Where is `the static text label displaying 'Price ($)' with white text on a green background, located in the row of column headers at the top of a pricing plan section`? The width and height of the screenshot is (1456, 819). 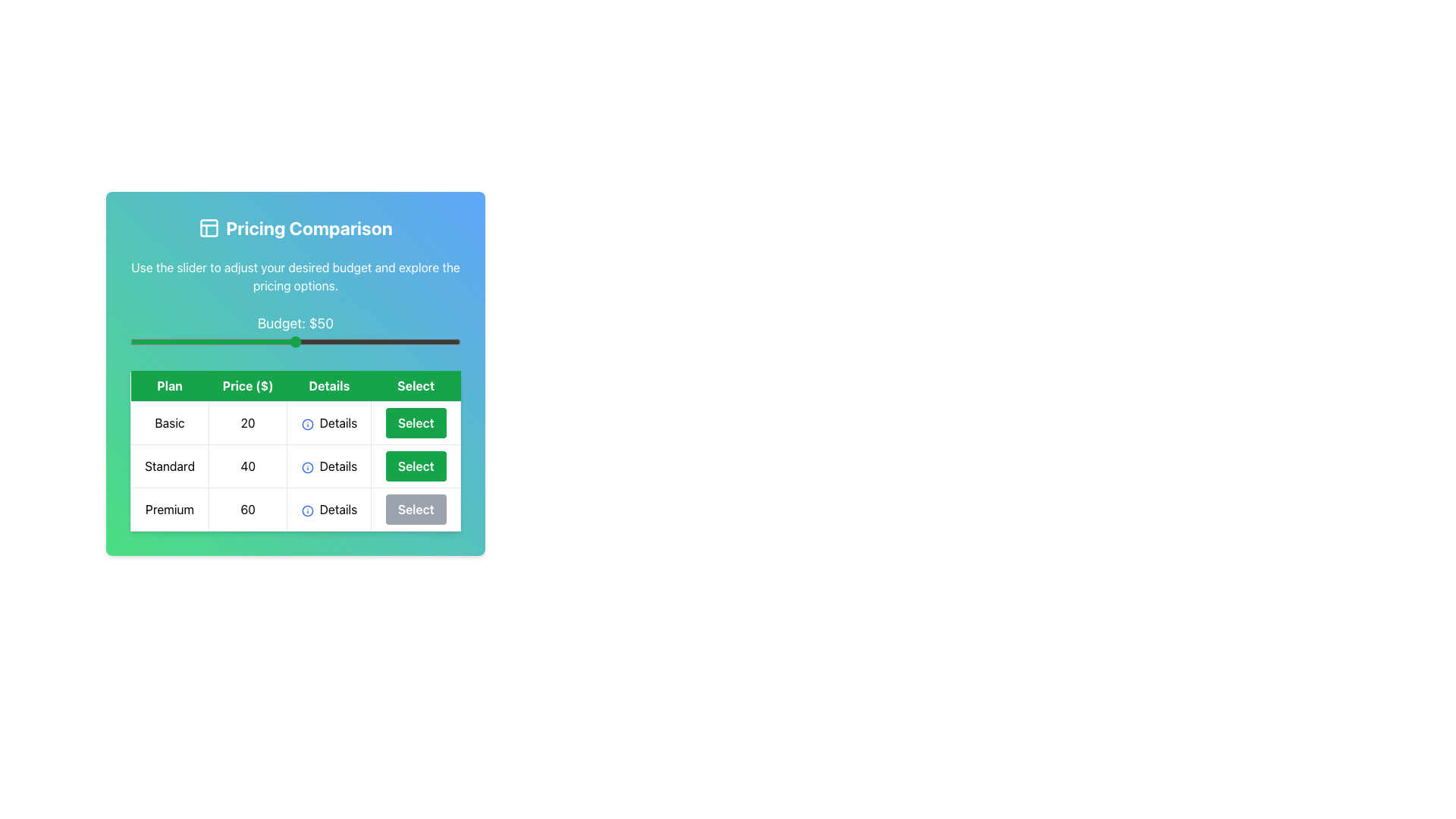 the static text label displaying 'Price ($)' with white text on a green background, located in the row of column headers at the top of a pricing plan section is located at coordinates (248, 385).